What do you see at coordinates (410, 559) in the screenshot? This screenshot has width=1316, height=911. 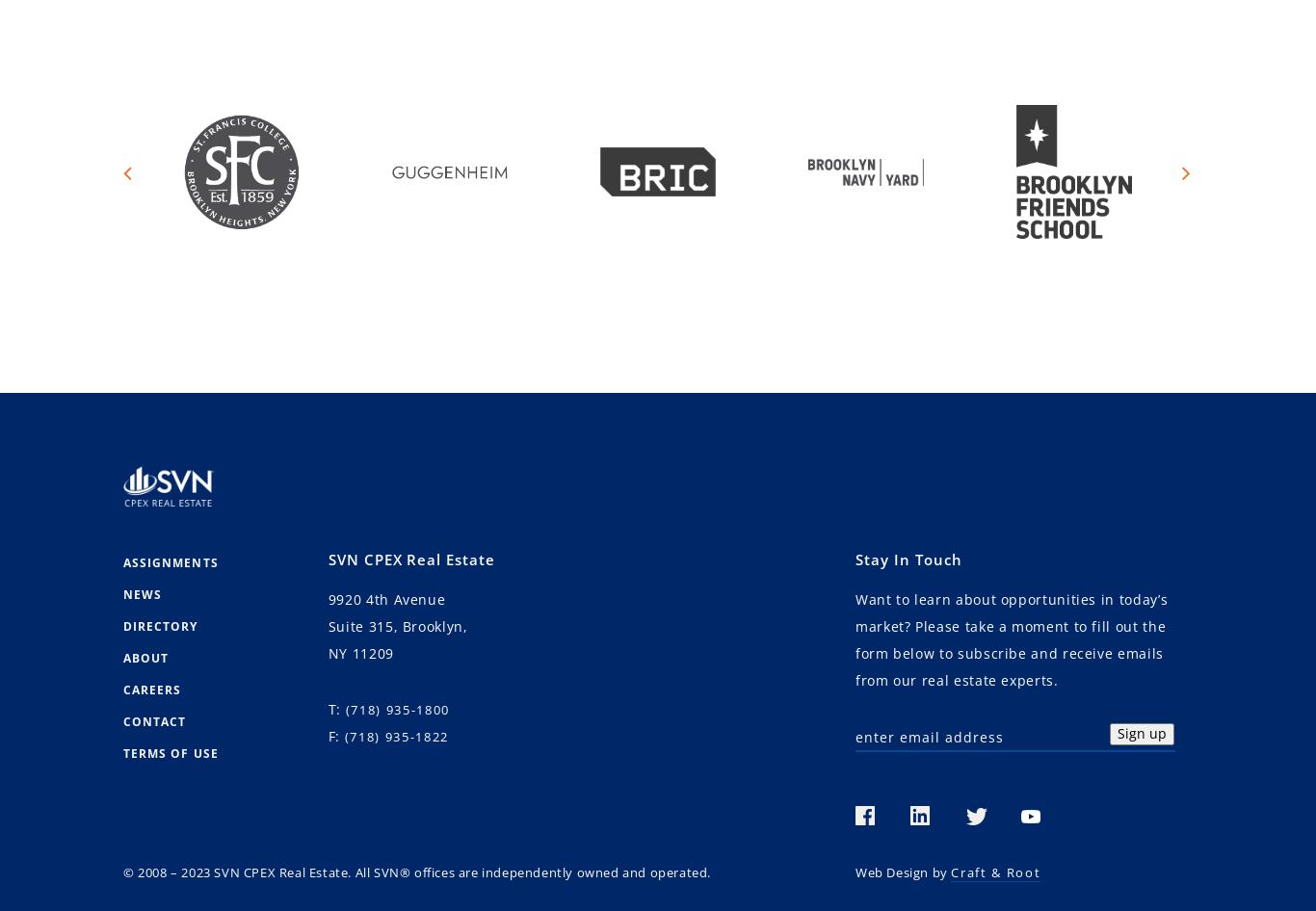 I see `'SVN CPEX Real Estate'` at bounding box center [410, 559].